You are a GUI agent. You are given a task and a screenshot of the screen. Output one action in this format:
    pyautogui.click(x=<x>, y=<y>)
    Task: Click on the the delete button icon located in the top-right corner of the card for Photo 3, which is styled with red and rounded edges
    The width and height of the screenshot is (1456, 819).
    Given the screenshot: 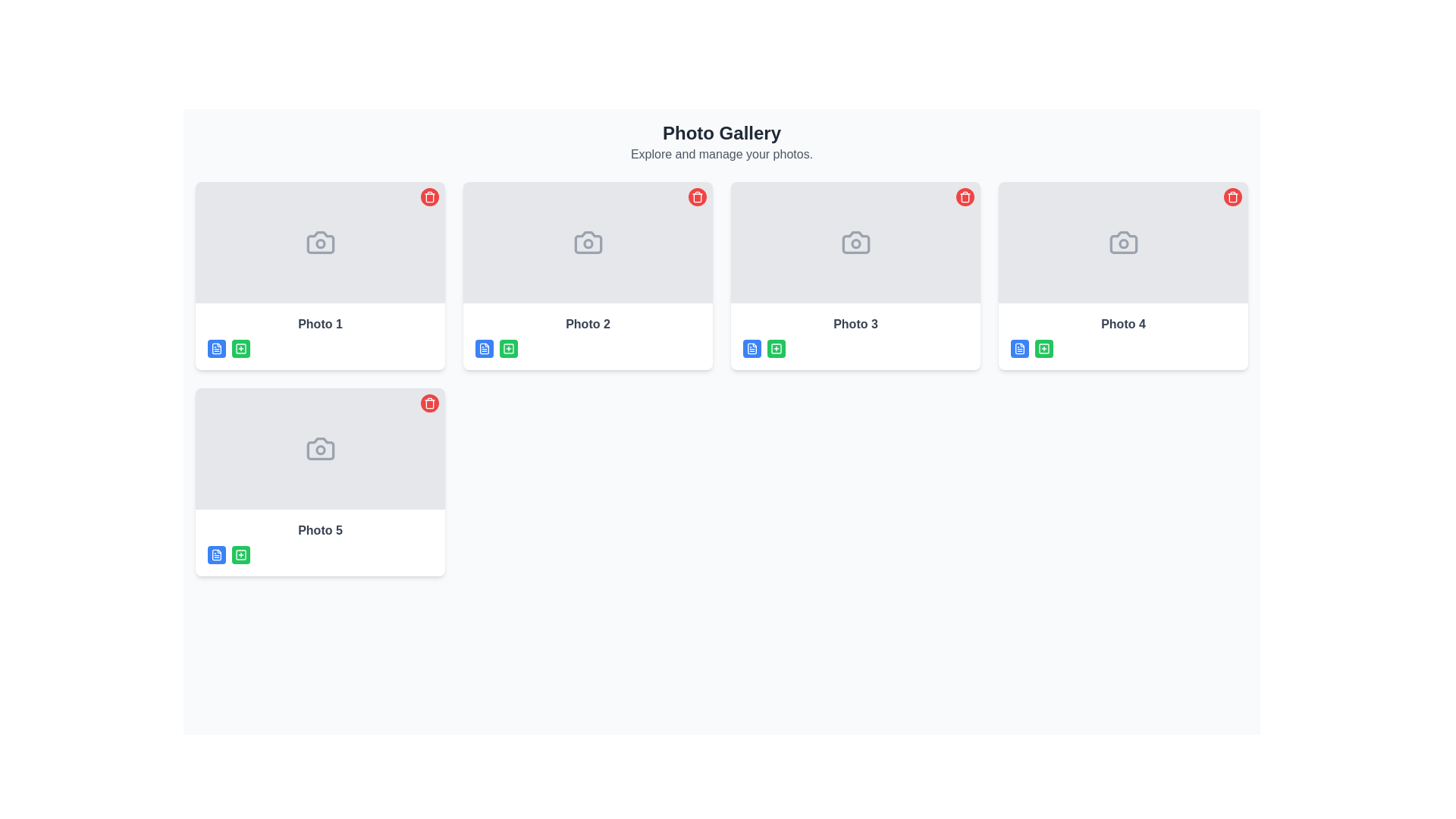 What is the action you would take?
    pyautogui.click(x=964, y=196)
    